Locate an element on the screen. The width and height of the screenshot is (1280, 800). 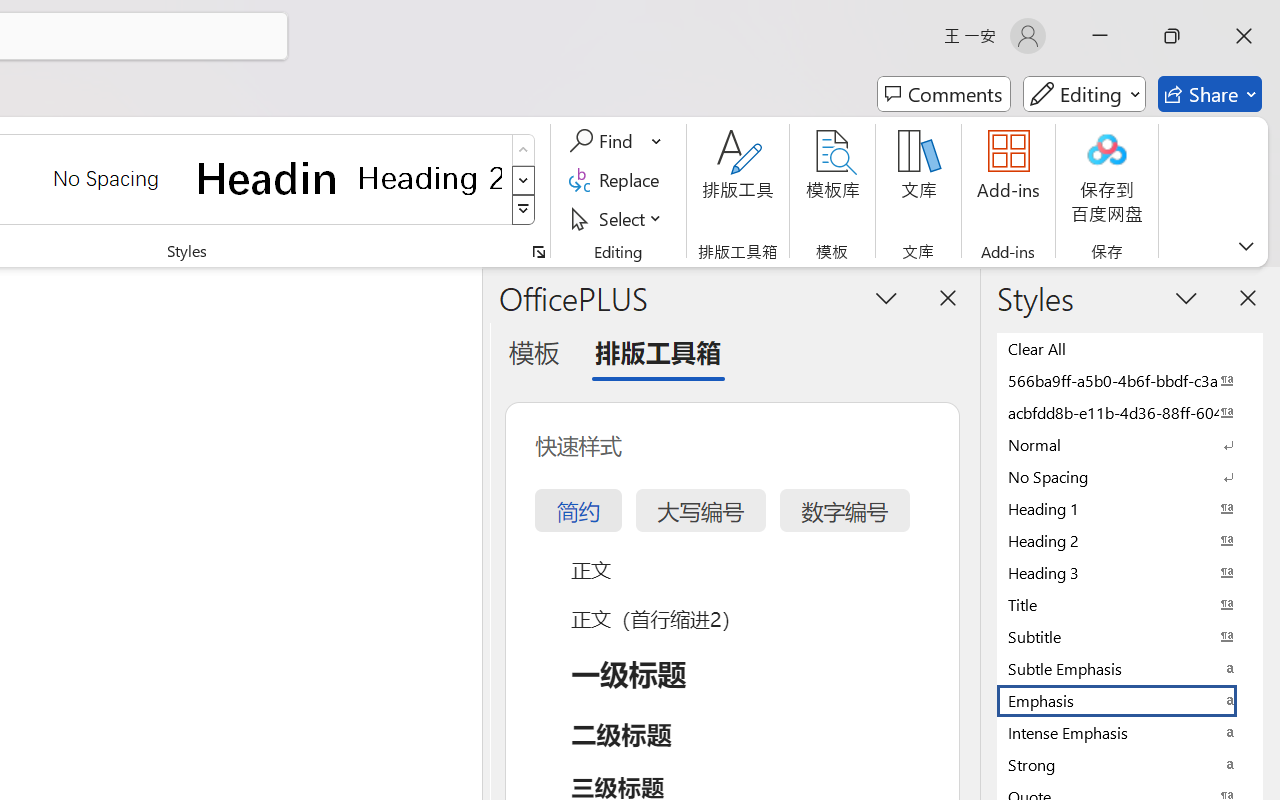
'Replace...' is located at coordinates (616, 179).